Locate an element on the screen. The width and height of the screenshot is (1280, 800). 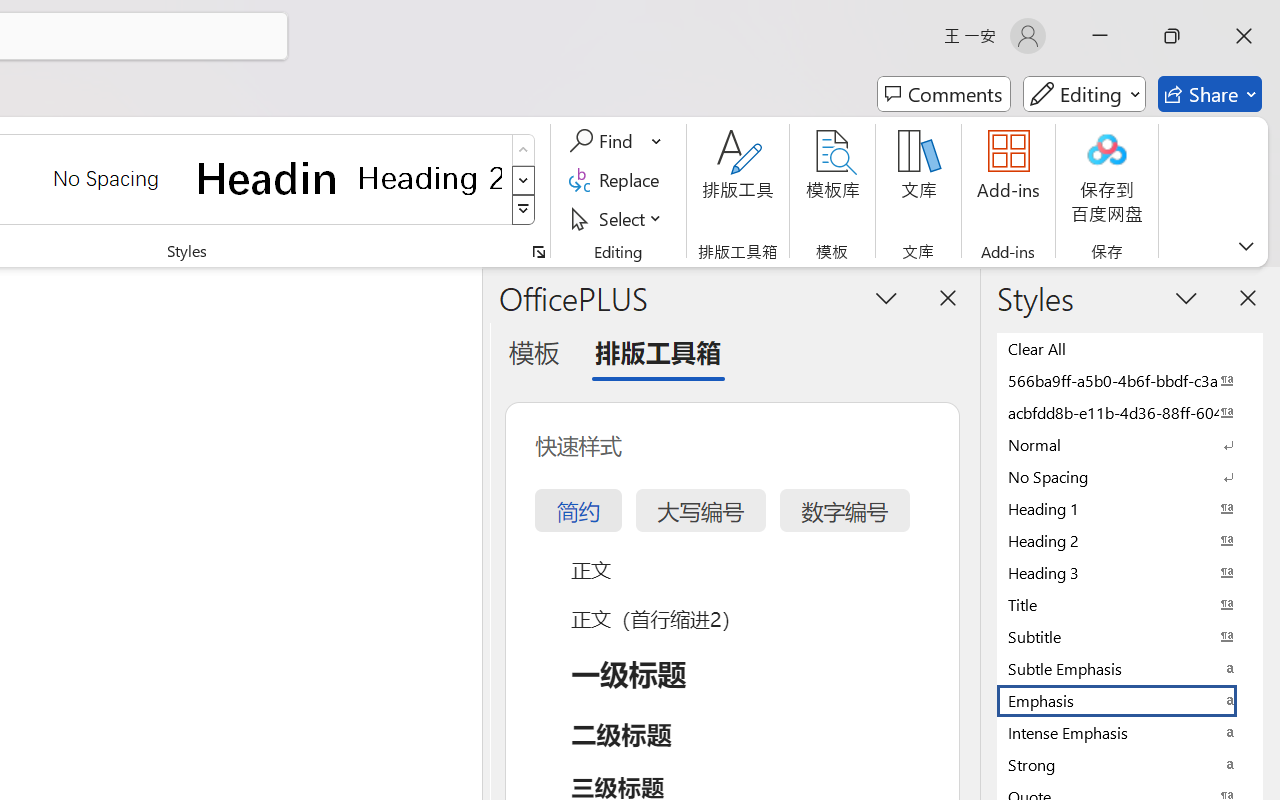
'Replace...' is located at coordinates (616, 179).